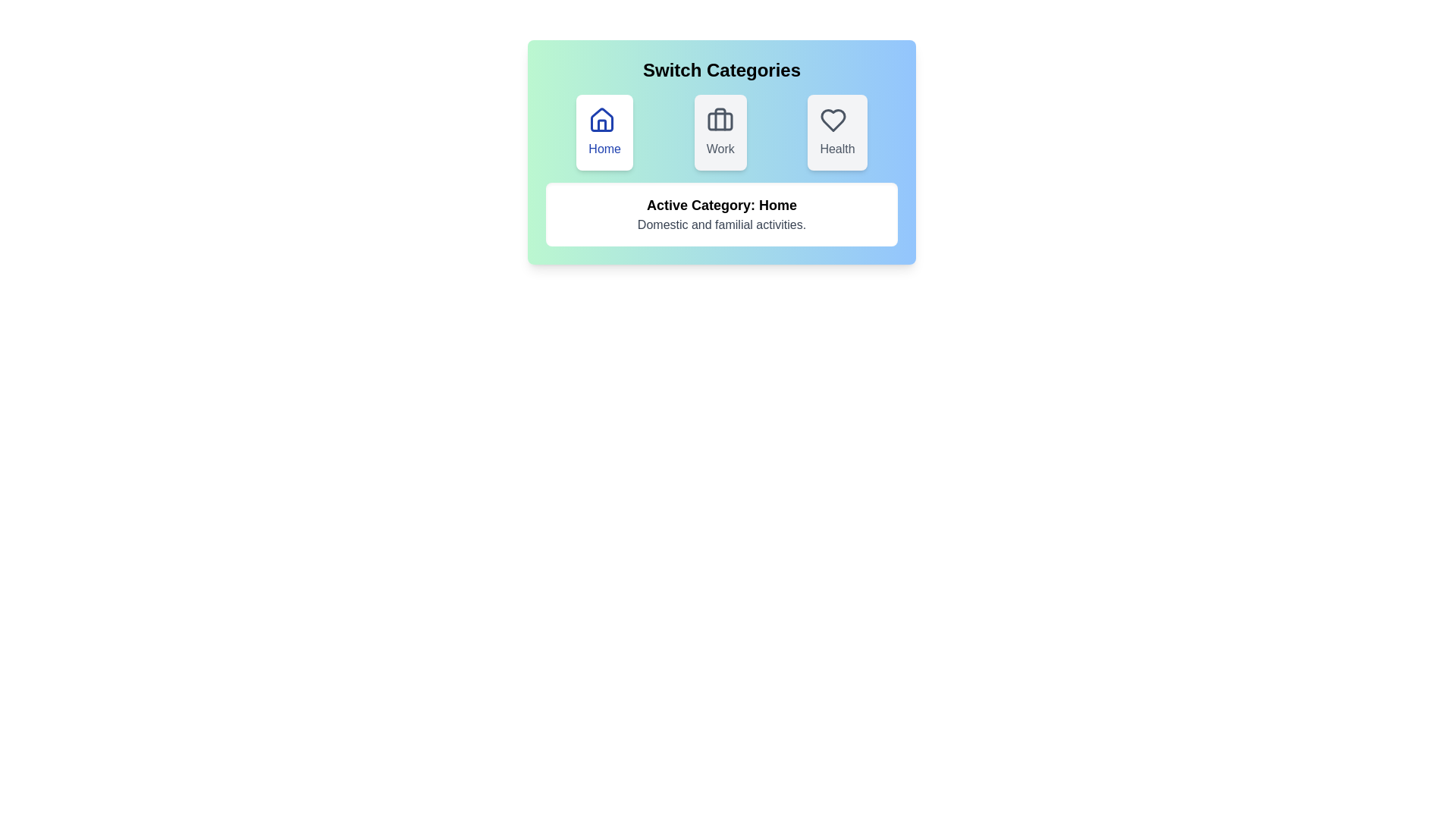 The image size is (1456, 819). I want to click on the category button corresponding to Home, so click(604, 131).